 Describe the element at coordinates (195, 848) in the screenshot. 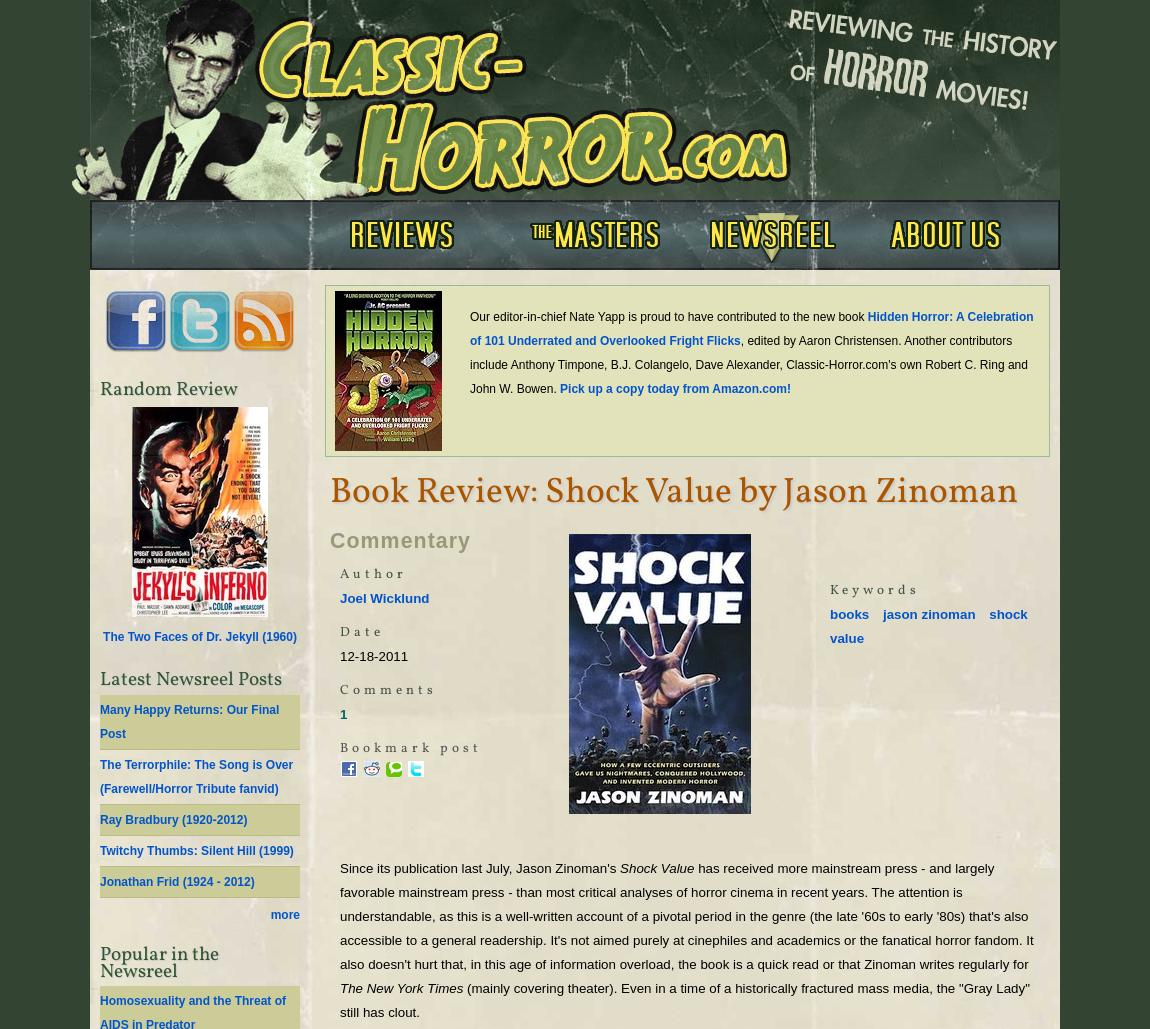

I see `'Twitchy Thumbs: Silent Hill (1999)'` at that location.